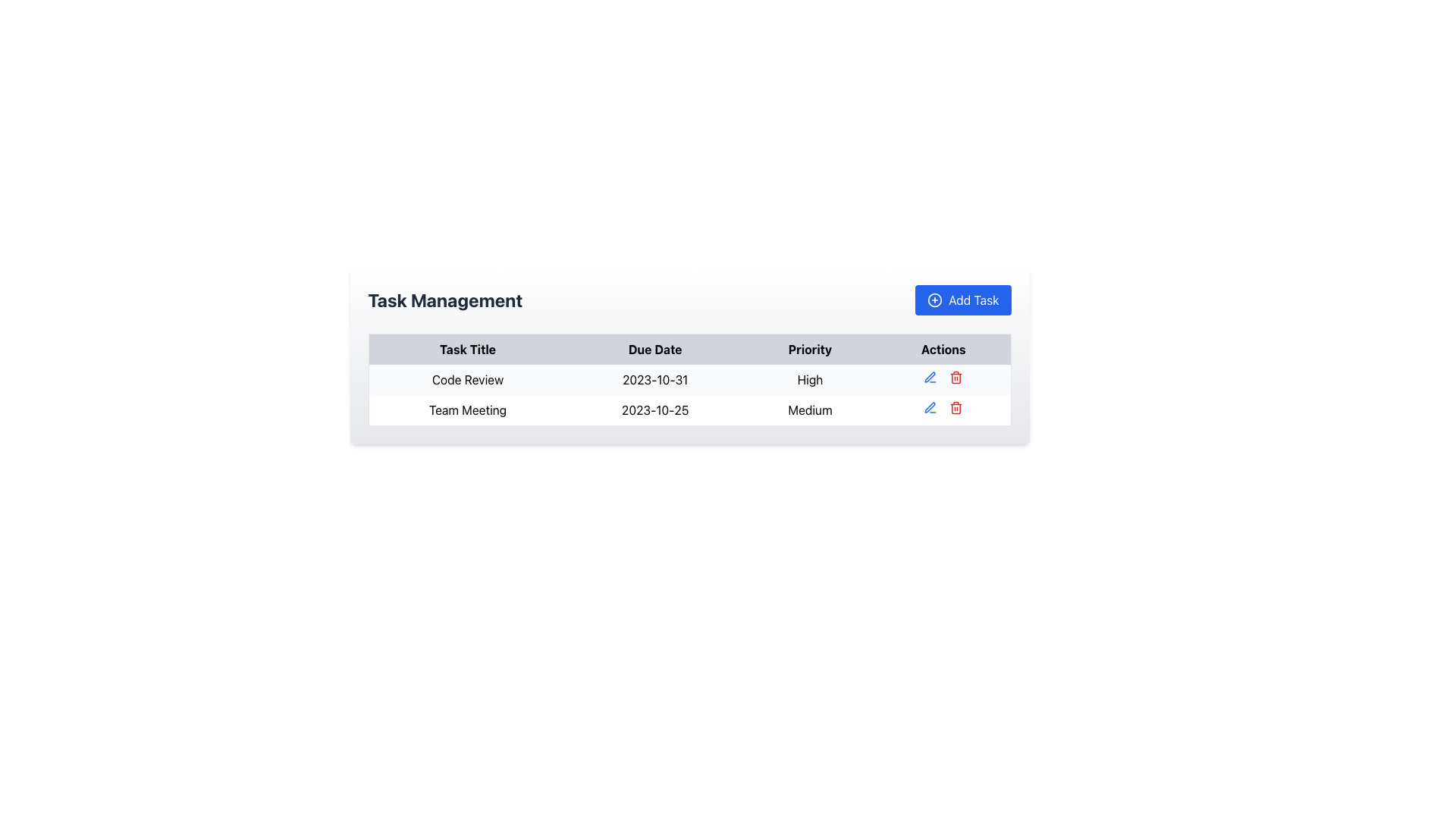 This screenshot has width=1456, height=819. Describe the element at coordinates (444, 300) in the screenshot. I see `text label displaying 'Task Management', which is bold and large-sized, positioned at the top-left of the header section above the task list` at that location.